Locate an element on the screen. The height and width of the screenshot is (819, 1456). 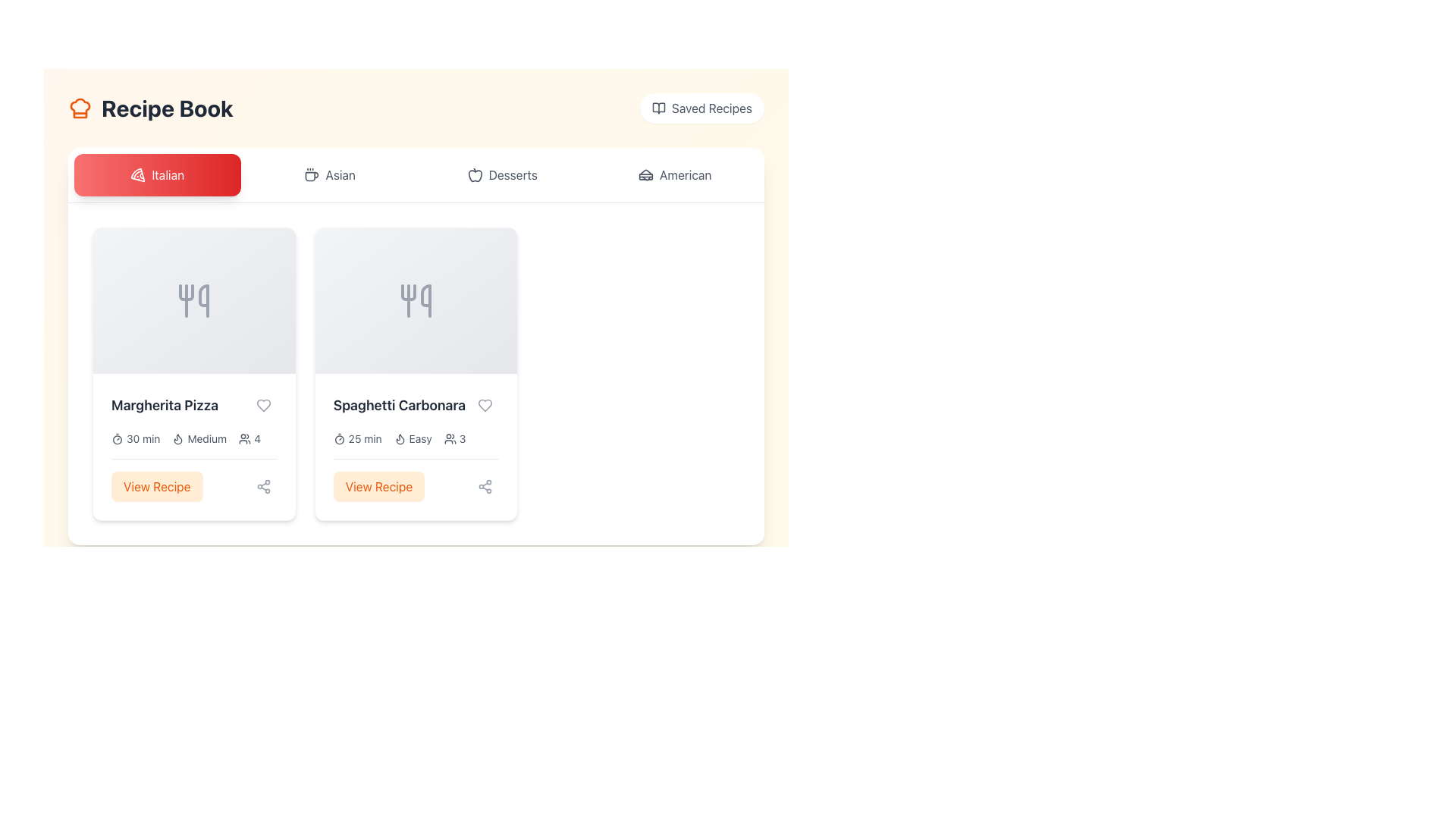
the circular shape in the SVG timer icon located near the top-right corner of the 'Margherita Pizza' card under the 'Italian' category tab is located at coordinates (116, 439).